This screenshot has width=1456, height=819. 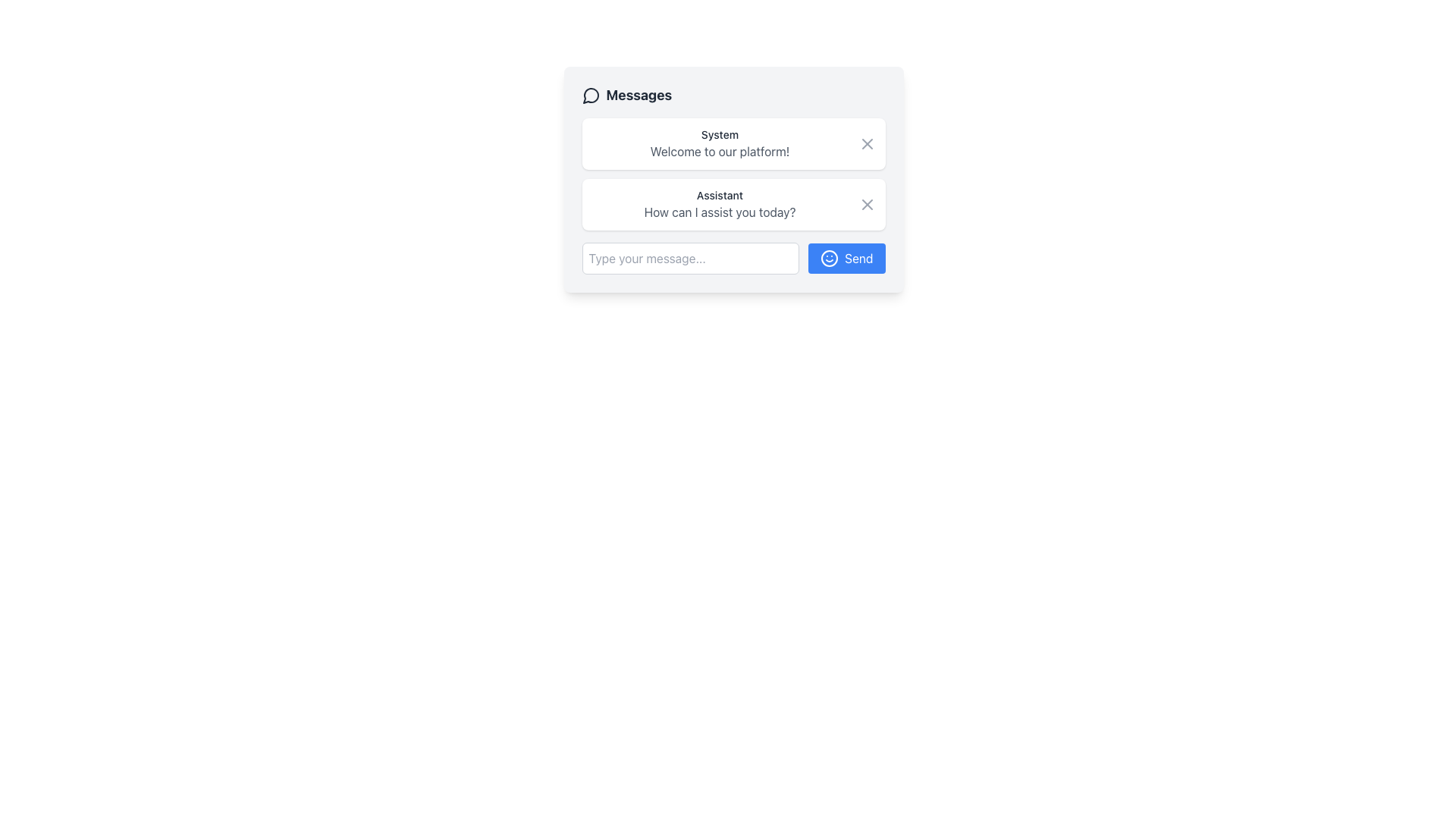 What do you see at coordinates (626, 96) in the screenshot?
I see `the static text label indicating the purpose of the 'Messages' section, located in the top-left section of the panel` at bounding box center [626, 96].